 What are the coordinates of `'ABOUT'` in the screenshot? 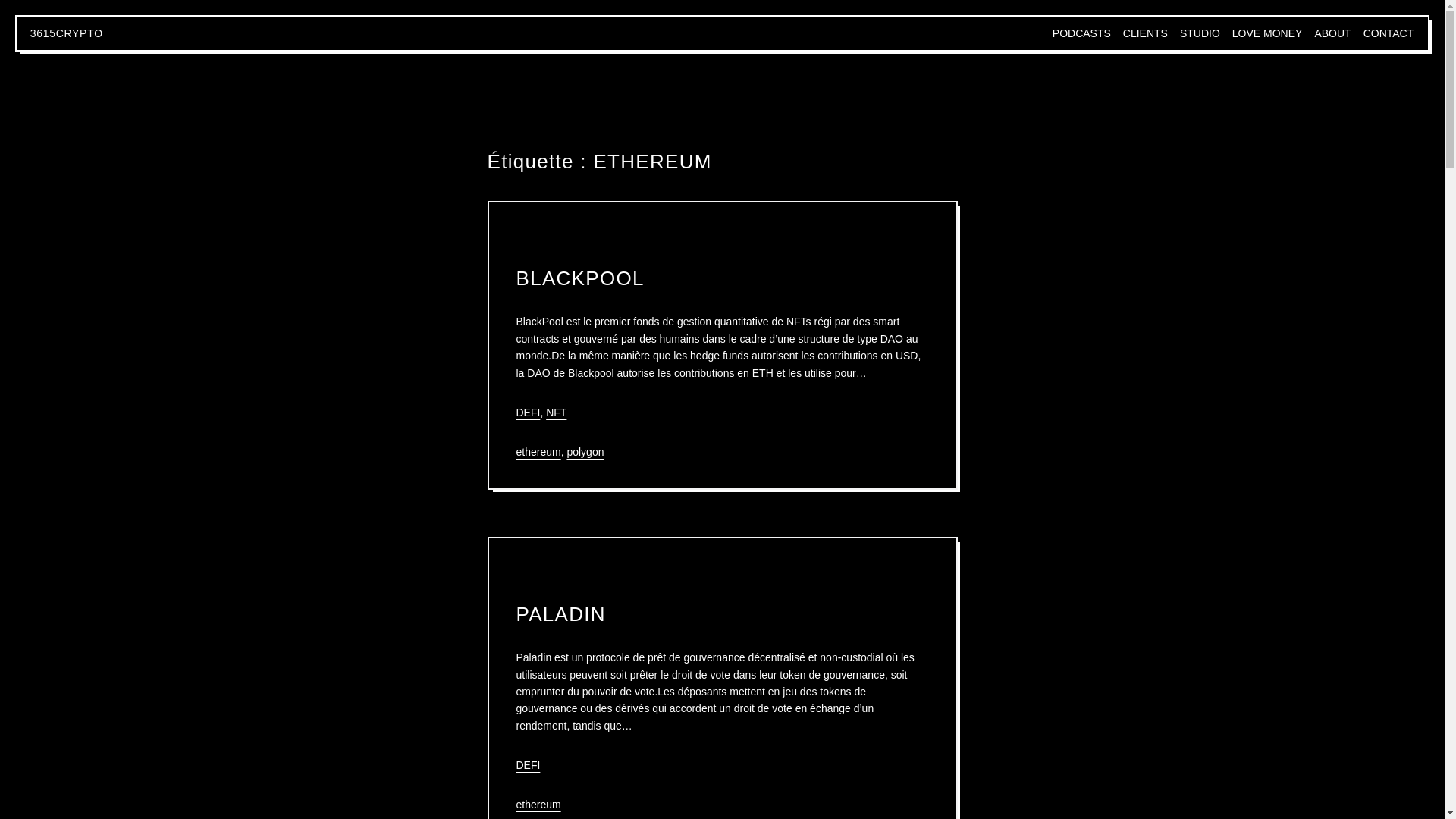 It's located at (1331, 33).